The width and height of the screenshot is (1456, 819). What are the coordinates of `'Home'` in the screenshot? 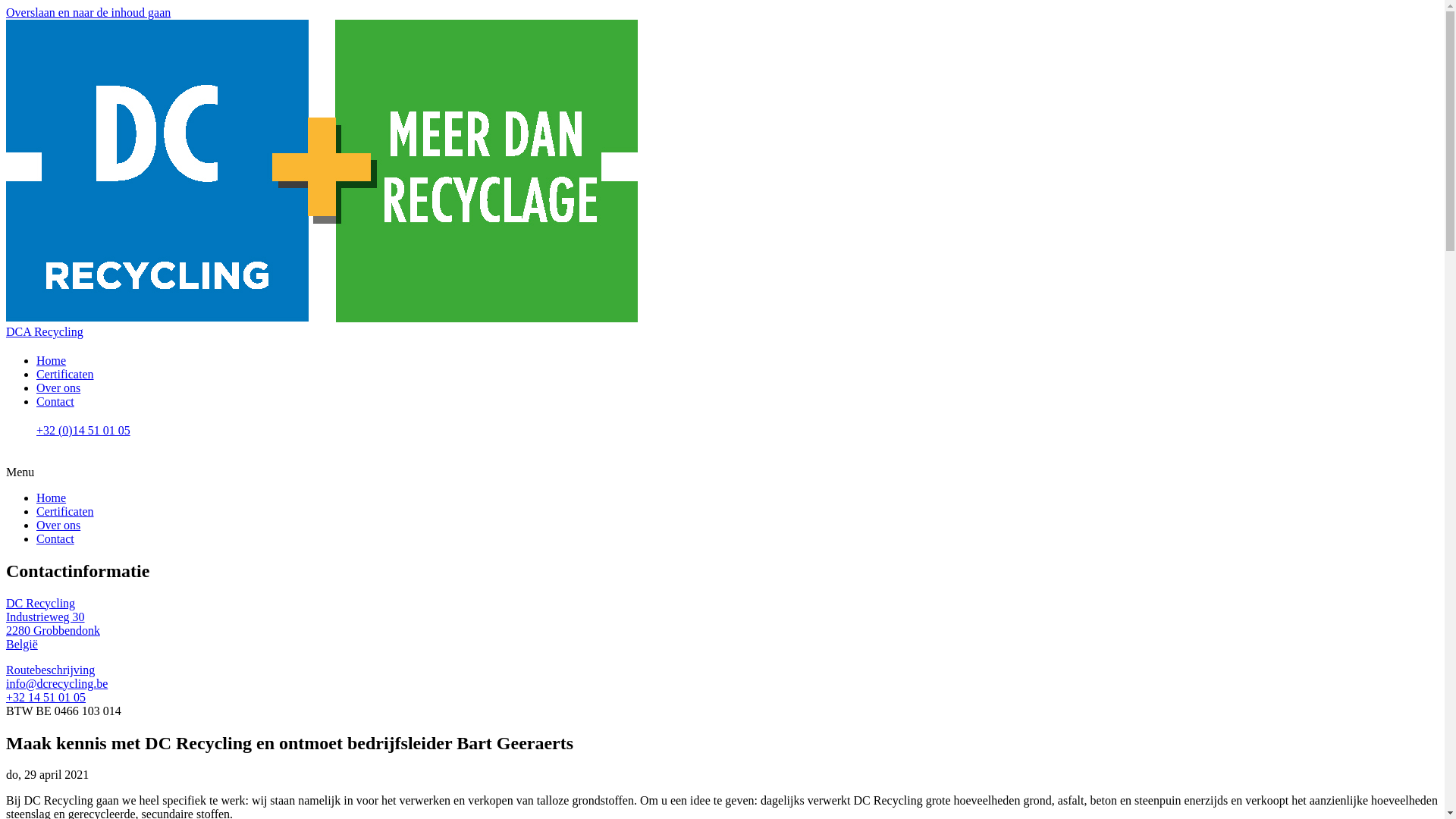 It's located at (51, 497).